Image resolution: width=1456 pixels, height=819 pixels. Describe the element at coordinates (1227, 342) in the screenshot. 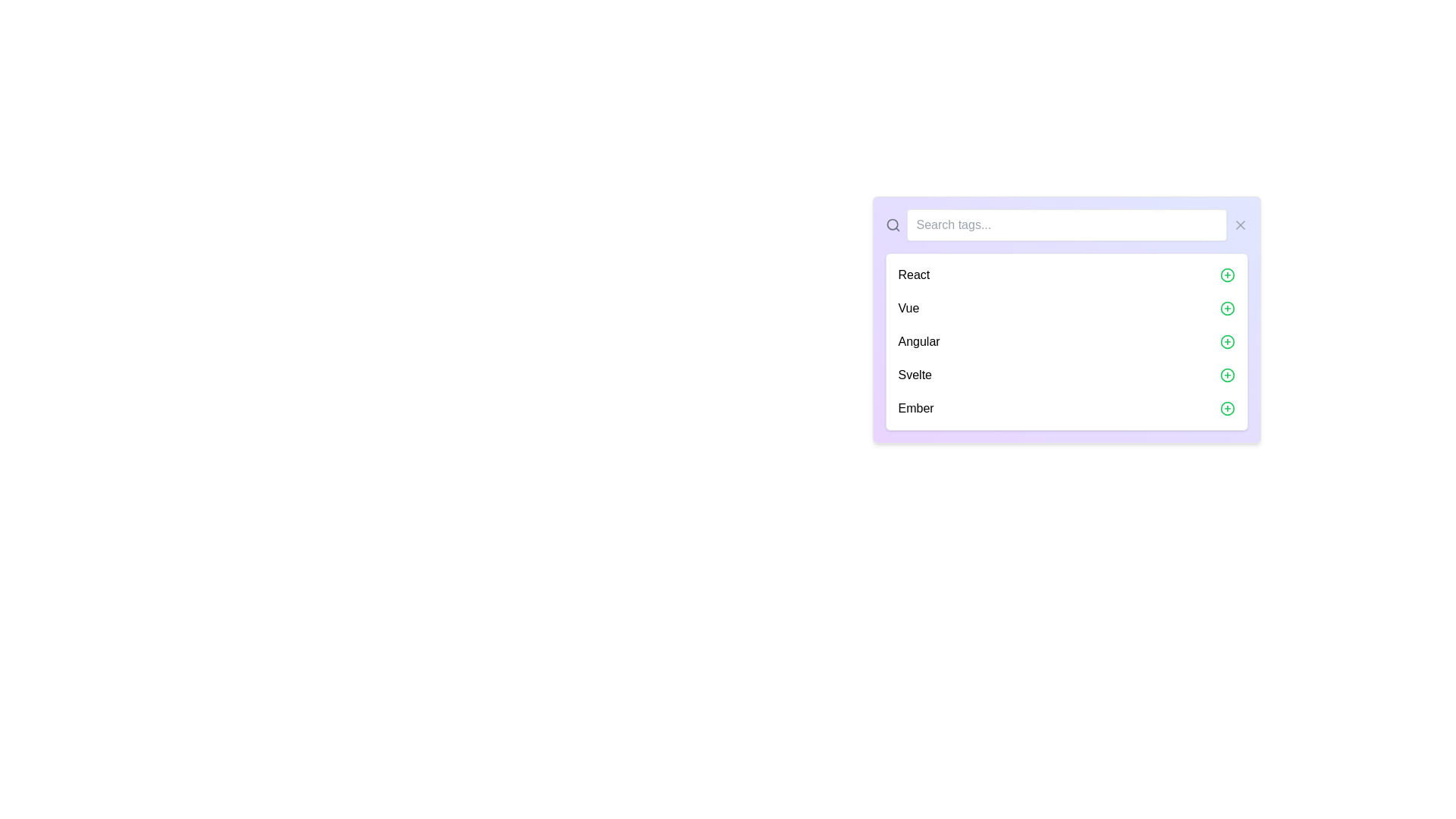

I see `the green circular button/icon with a white plus symbol located to the right of the 'Angular' list item, which is the third entry in the vertical list` at that location.